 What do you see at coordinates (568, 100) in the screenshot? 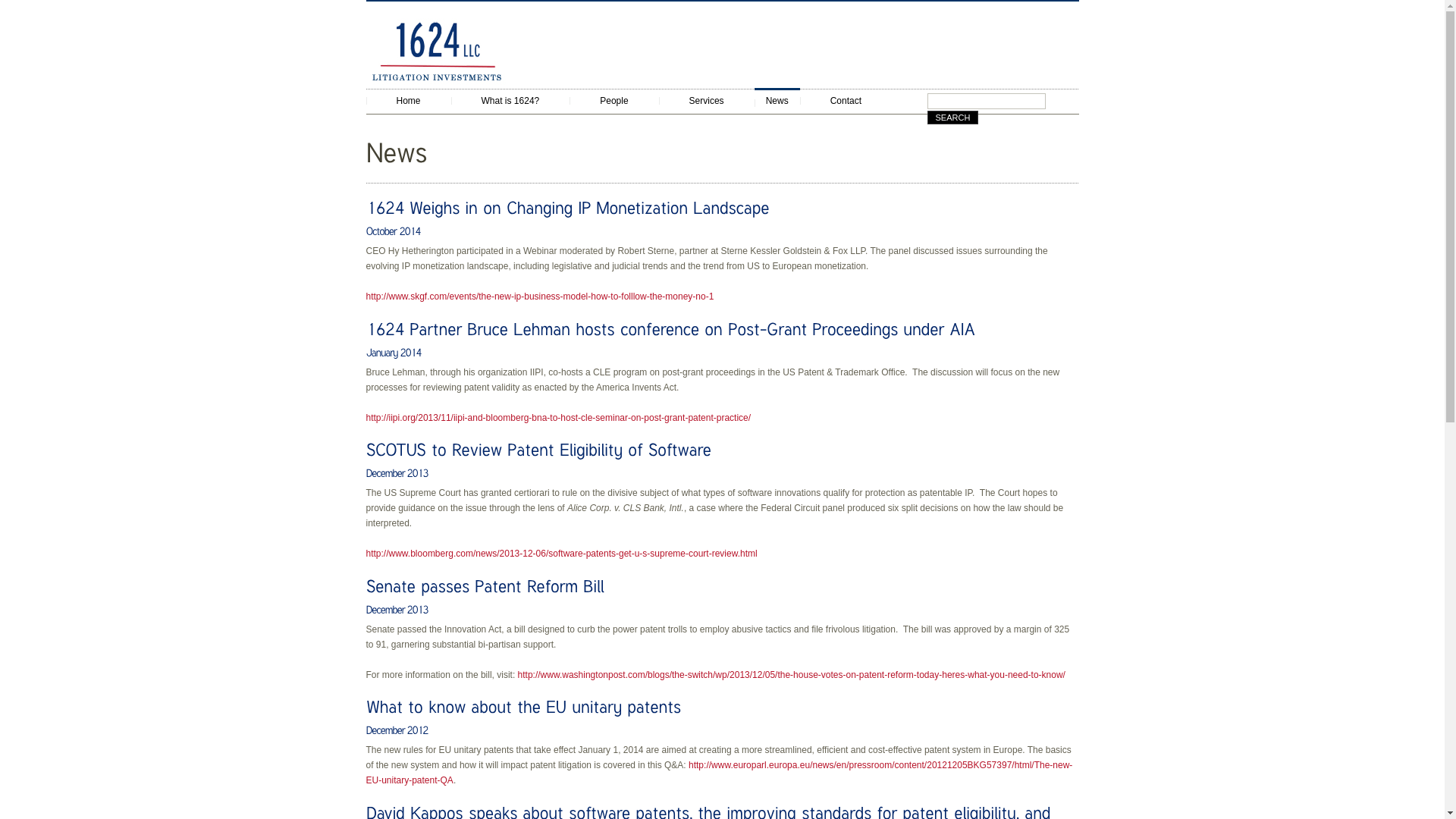
I see `'People'` at bounding box center [568, 100].